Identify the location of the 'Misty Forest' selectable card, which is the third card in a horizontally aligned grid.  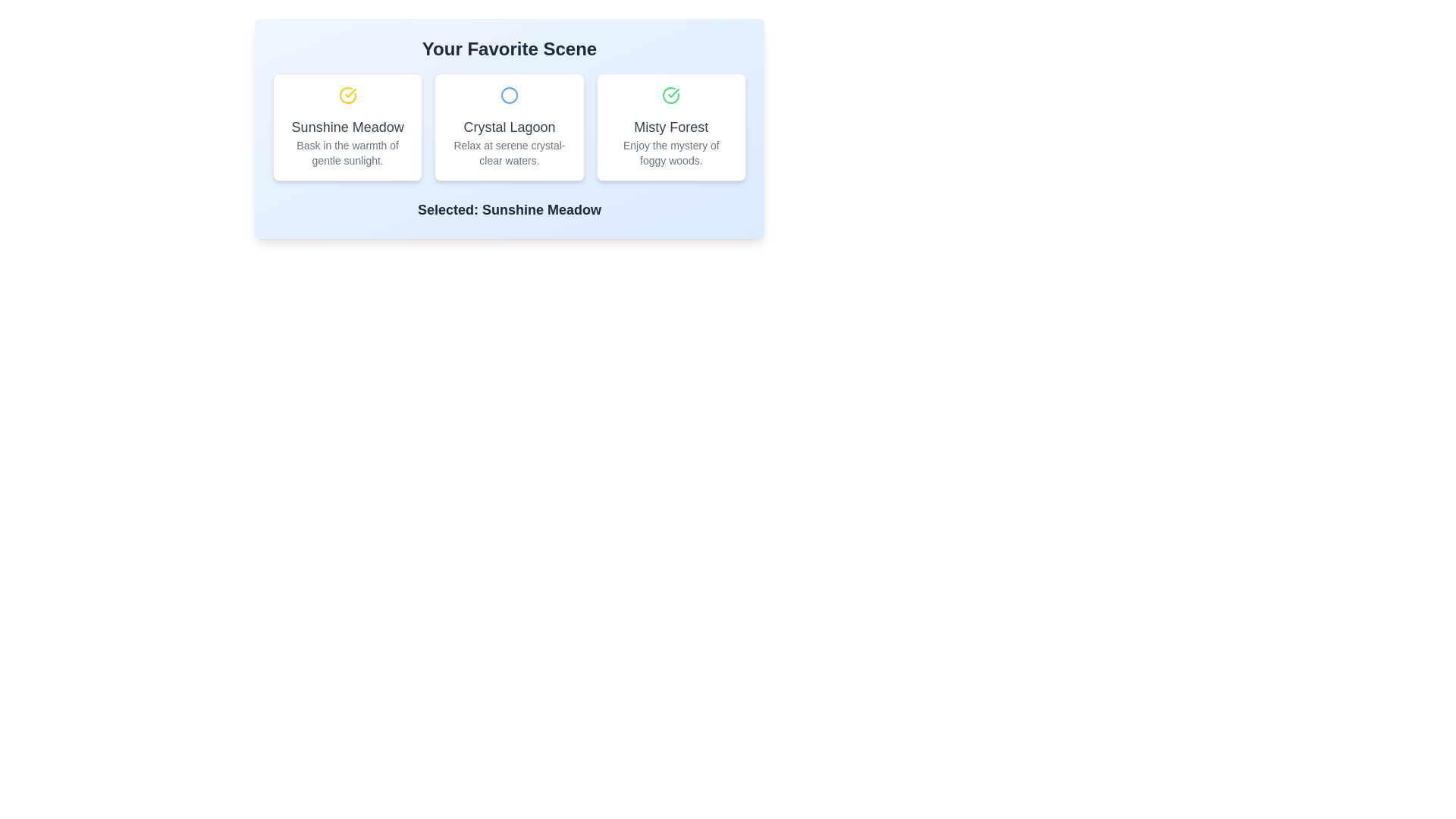
(670, 127).